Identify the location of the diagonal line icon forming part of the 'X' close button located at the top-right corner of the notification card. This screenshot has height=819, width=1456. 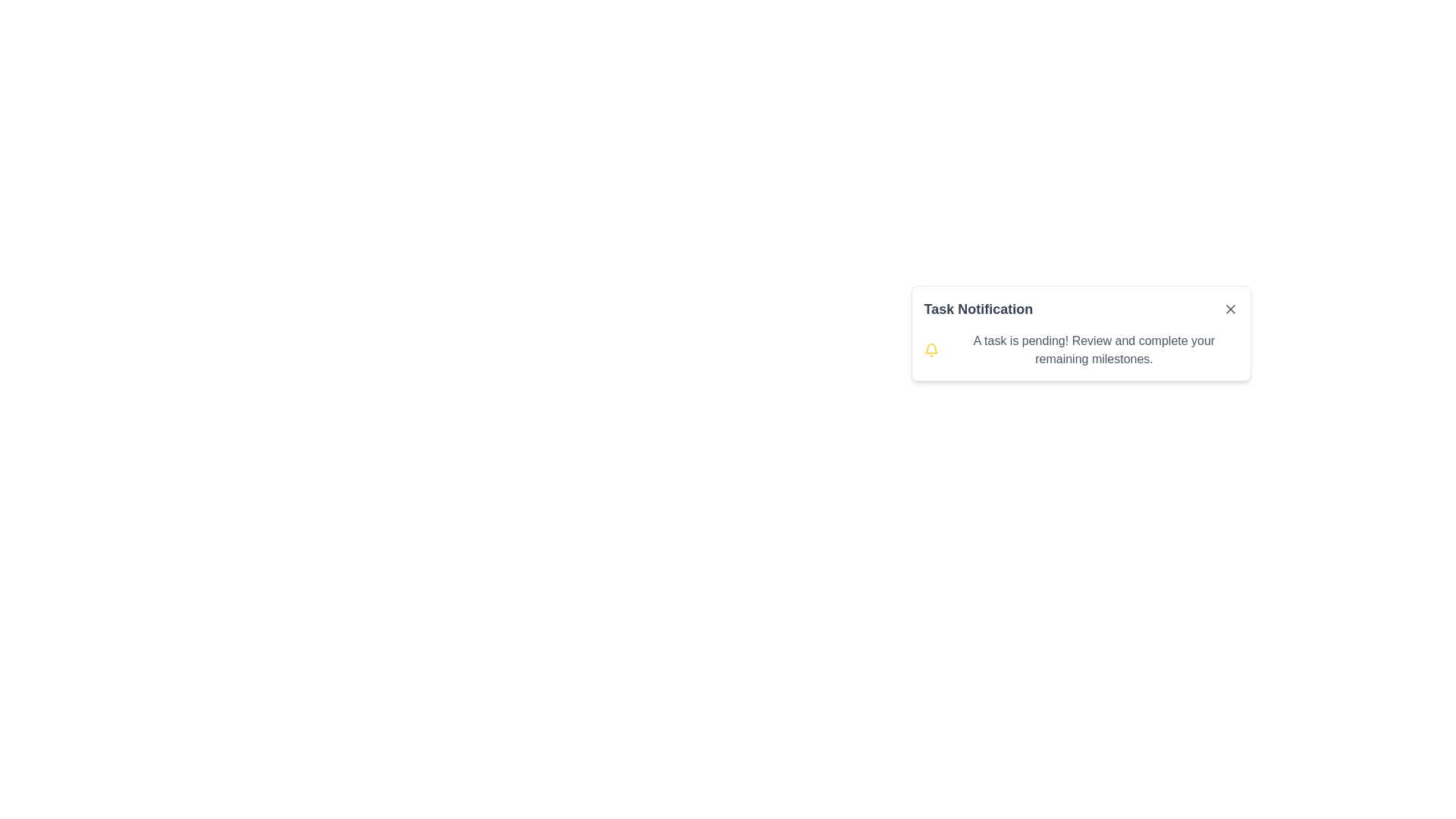
(1230, 309).